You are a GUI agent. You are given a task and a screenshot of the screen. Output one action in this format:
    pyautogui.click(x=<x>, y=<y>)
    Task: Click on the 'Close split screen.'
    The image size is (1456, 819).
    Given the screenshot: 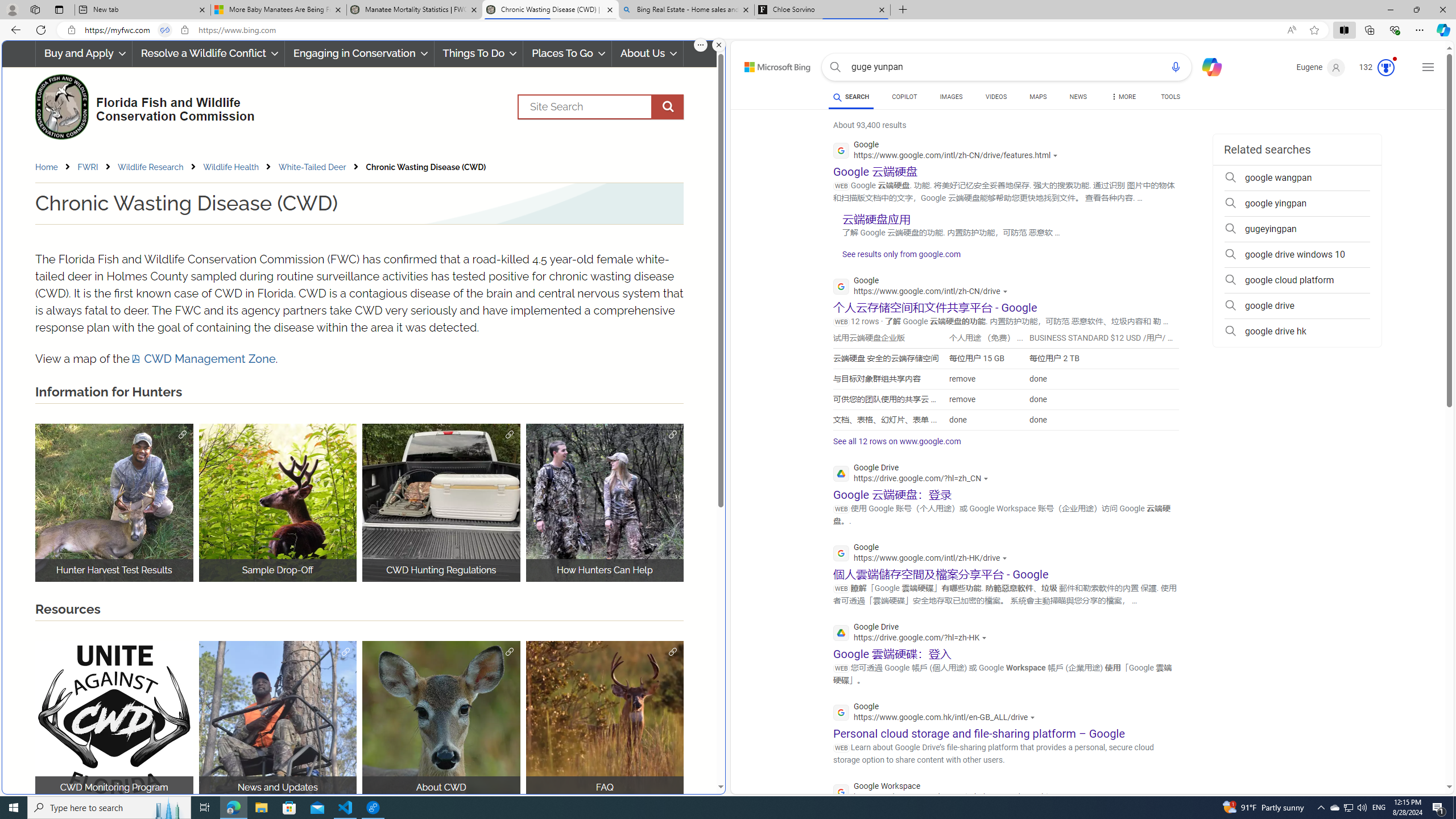 What is the action you would take?
    pyautogui.click(x=718, y=44)
    